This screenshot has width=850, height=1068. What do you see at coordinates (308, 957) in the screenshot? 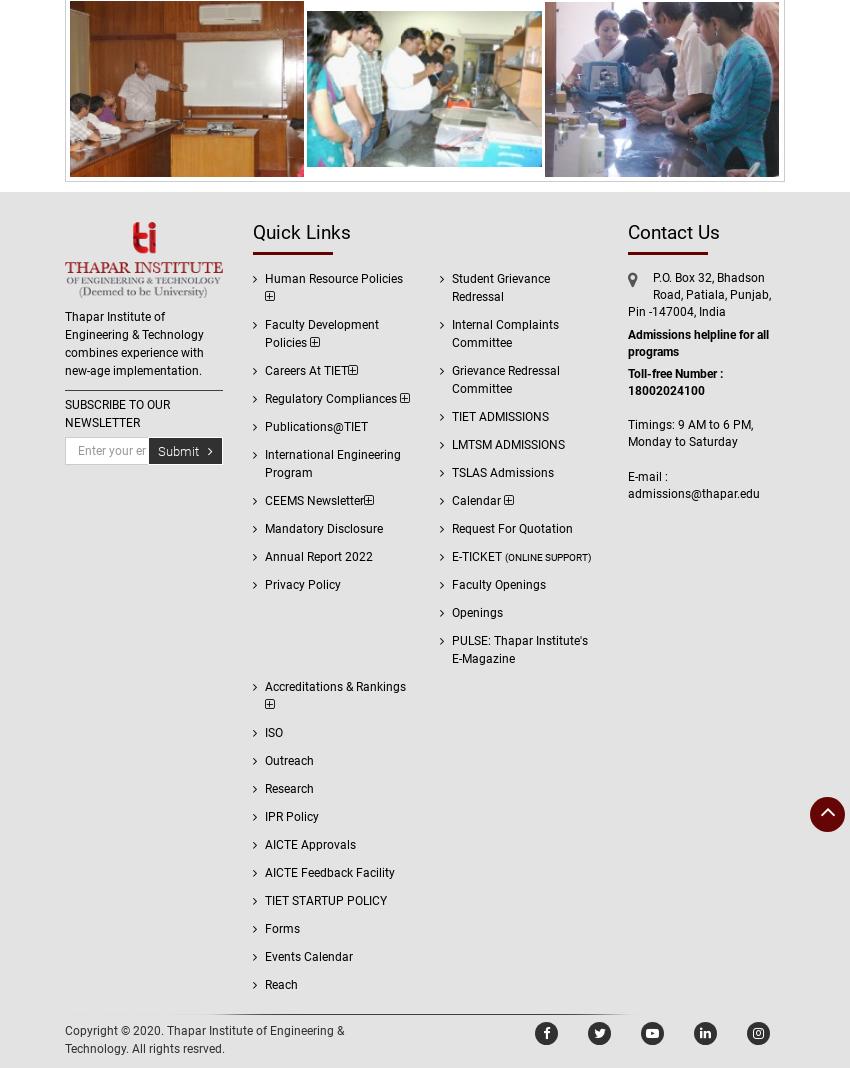
I see `'Events Calendar'` at bounding box center [308, 957].